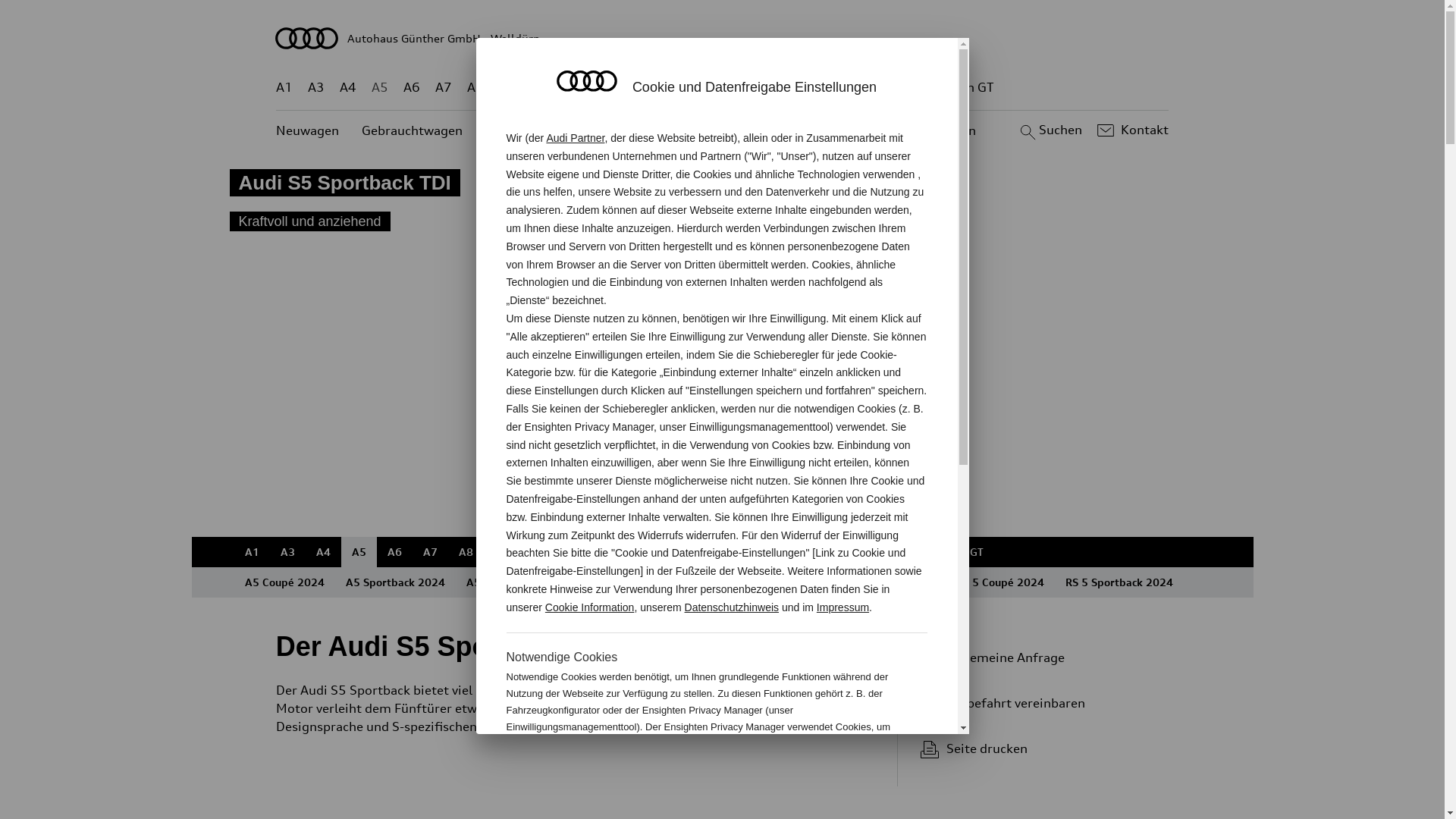 Image resolution: width=1456 pixels, height=819 pixels. I want to click on 'A6', so click(411, 87).